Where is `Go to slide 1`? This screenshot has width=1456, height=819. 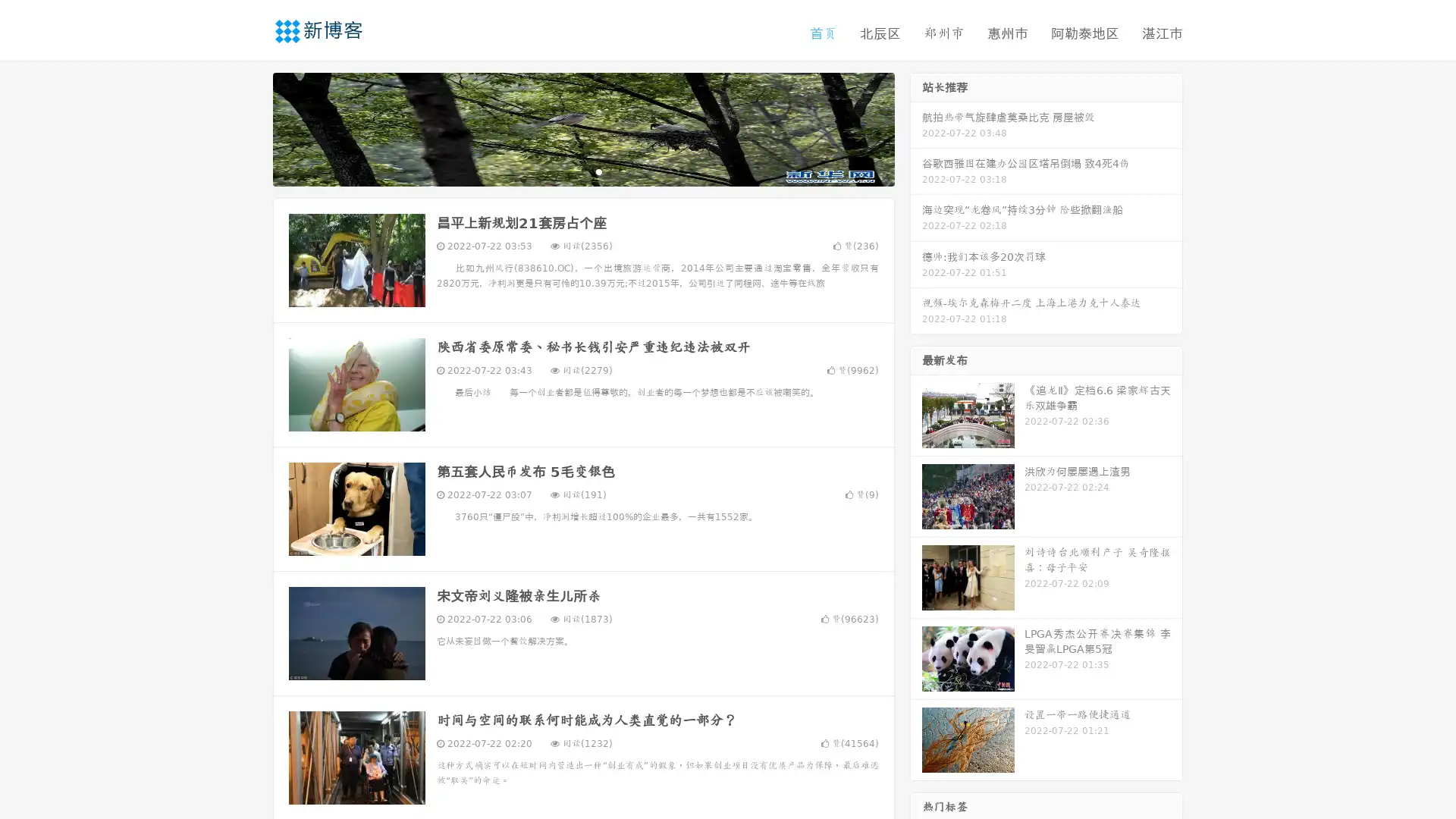 Go to slide 1 is located at coordinates (567, 171).